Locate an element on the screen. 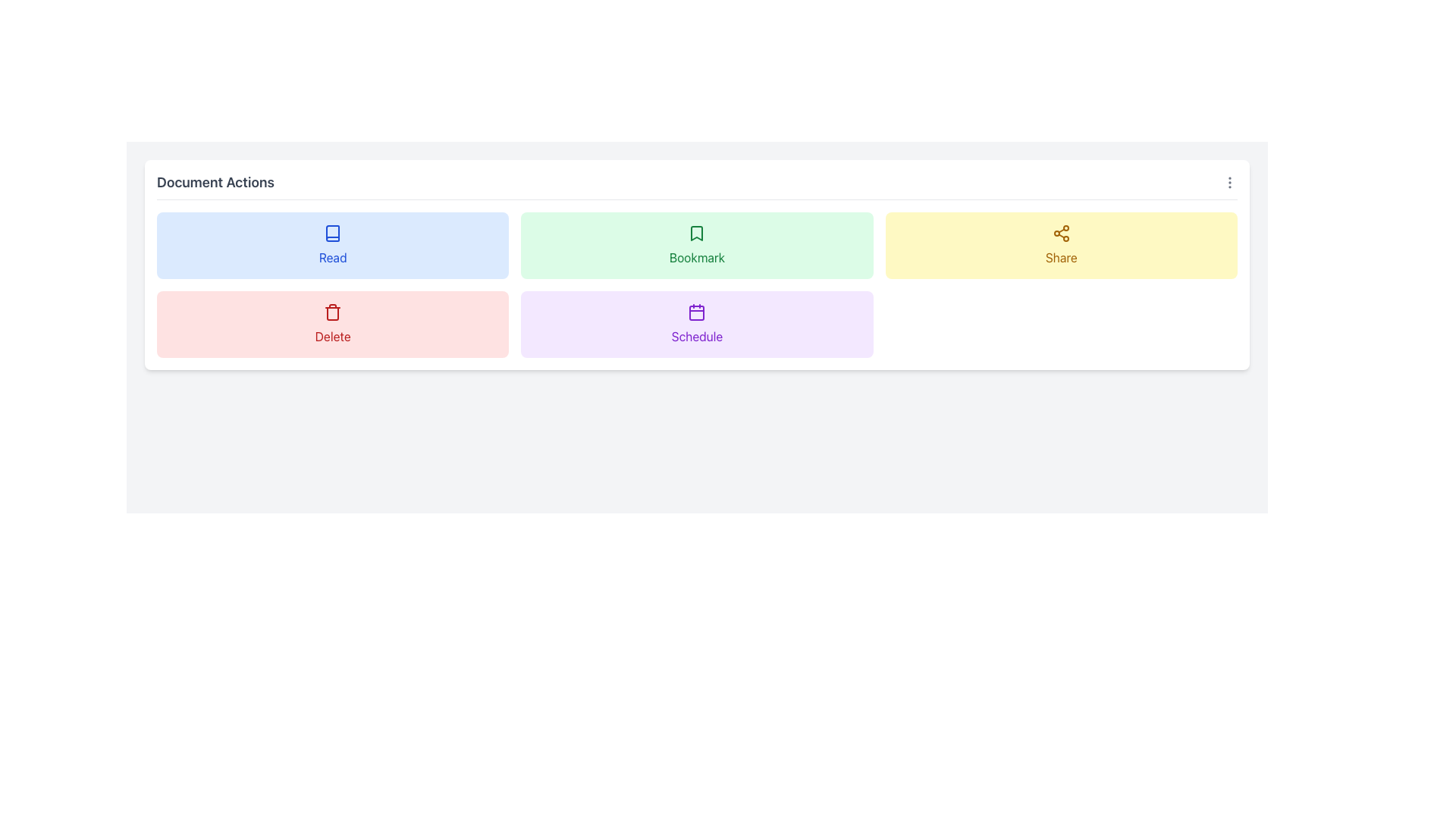 The width and height of the screenshot is (1456, 819). the purple calendar icon located in the lower right section of the grid, directly above the 'Schedule' text label and to the right of the red trash icon is located at coordinates (696, 312).